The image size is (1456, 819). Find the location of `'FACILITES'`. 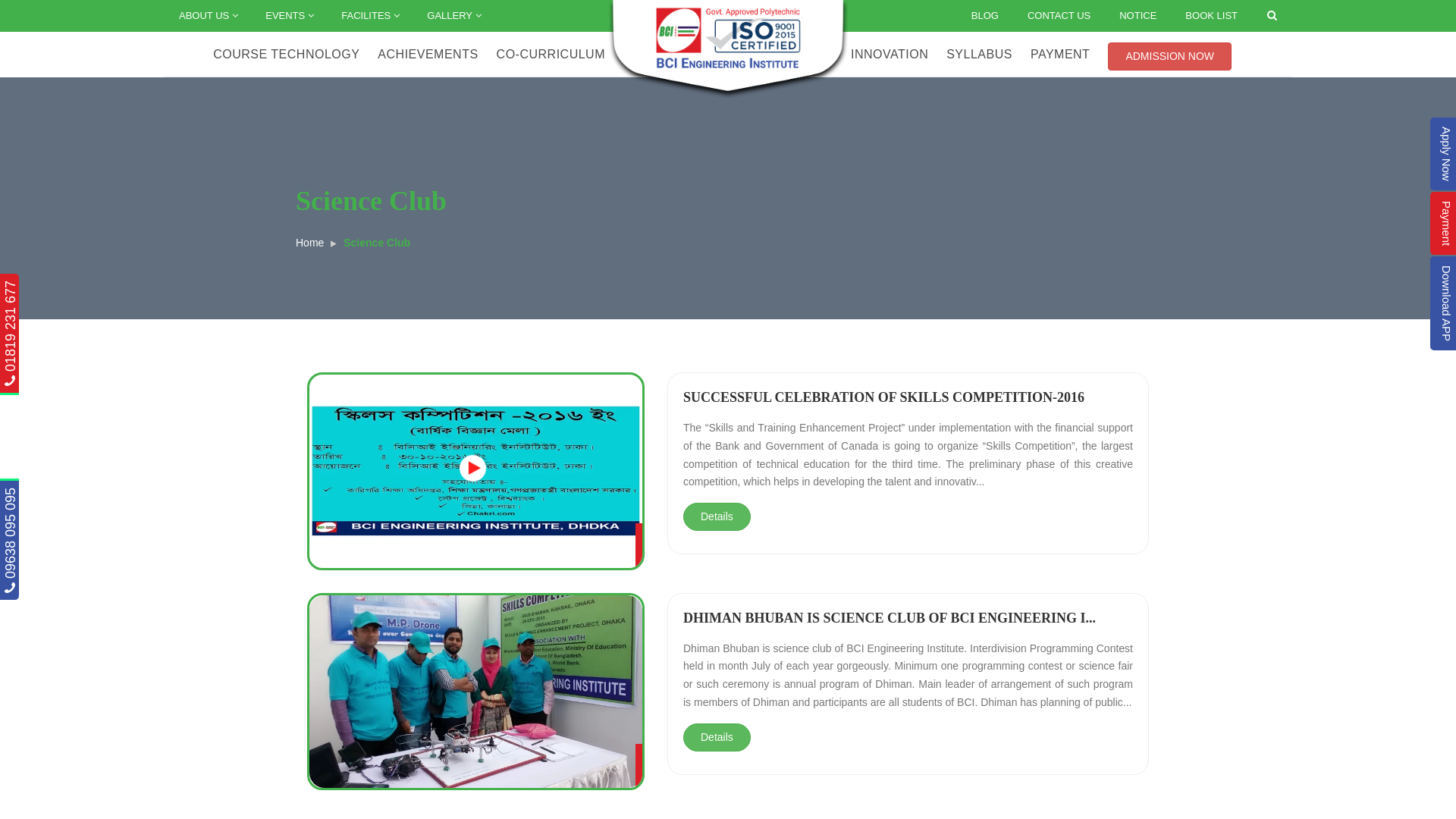

'FACILITES' is located at coordinates (369, 15).